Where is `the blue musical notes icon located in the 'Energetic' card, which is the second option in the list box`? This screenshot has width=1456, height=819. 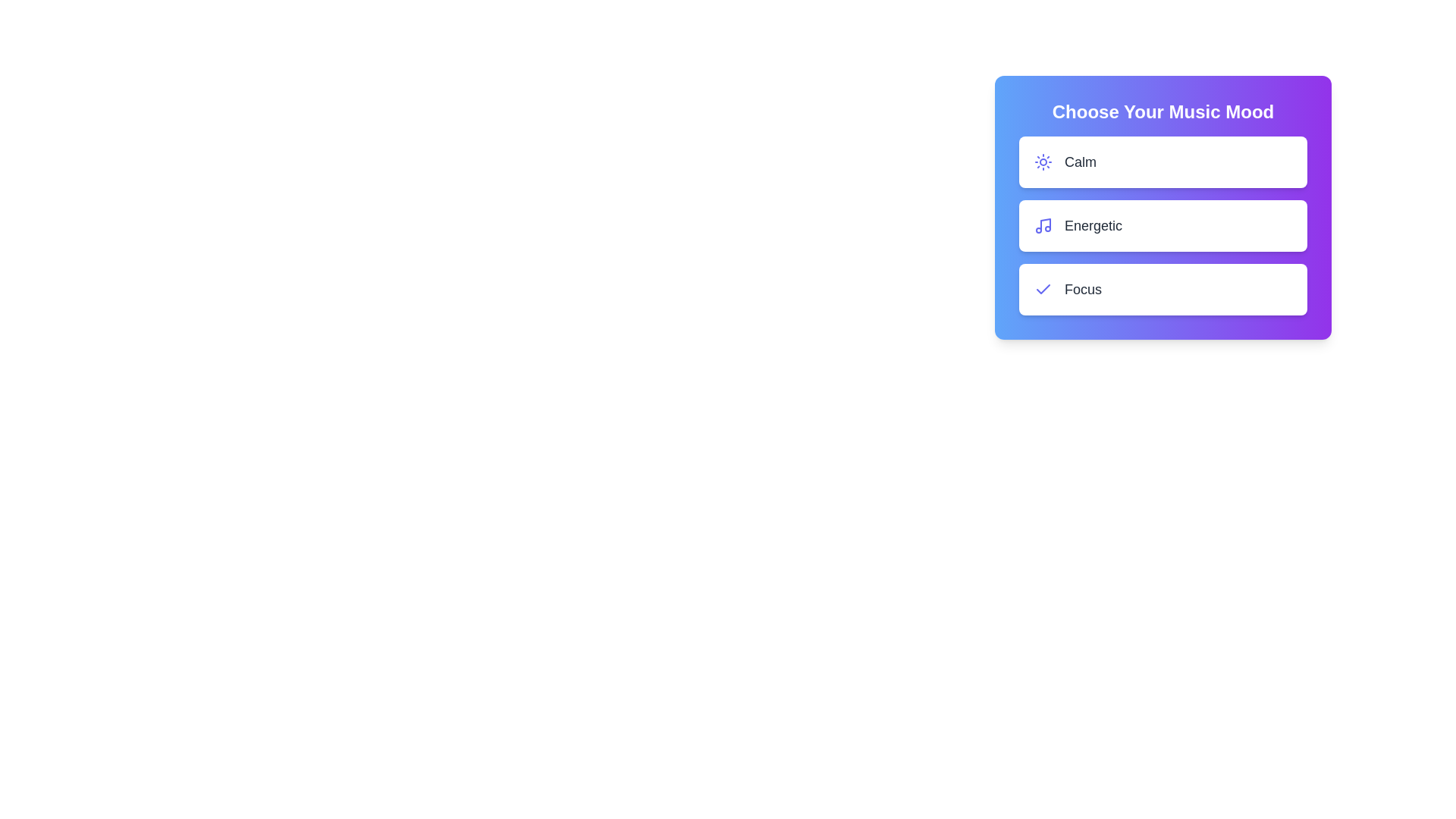
the blue musical notes icon located in the 'Energetic' card, which is the second option in the list box is located at coordinates (1043, 225).